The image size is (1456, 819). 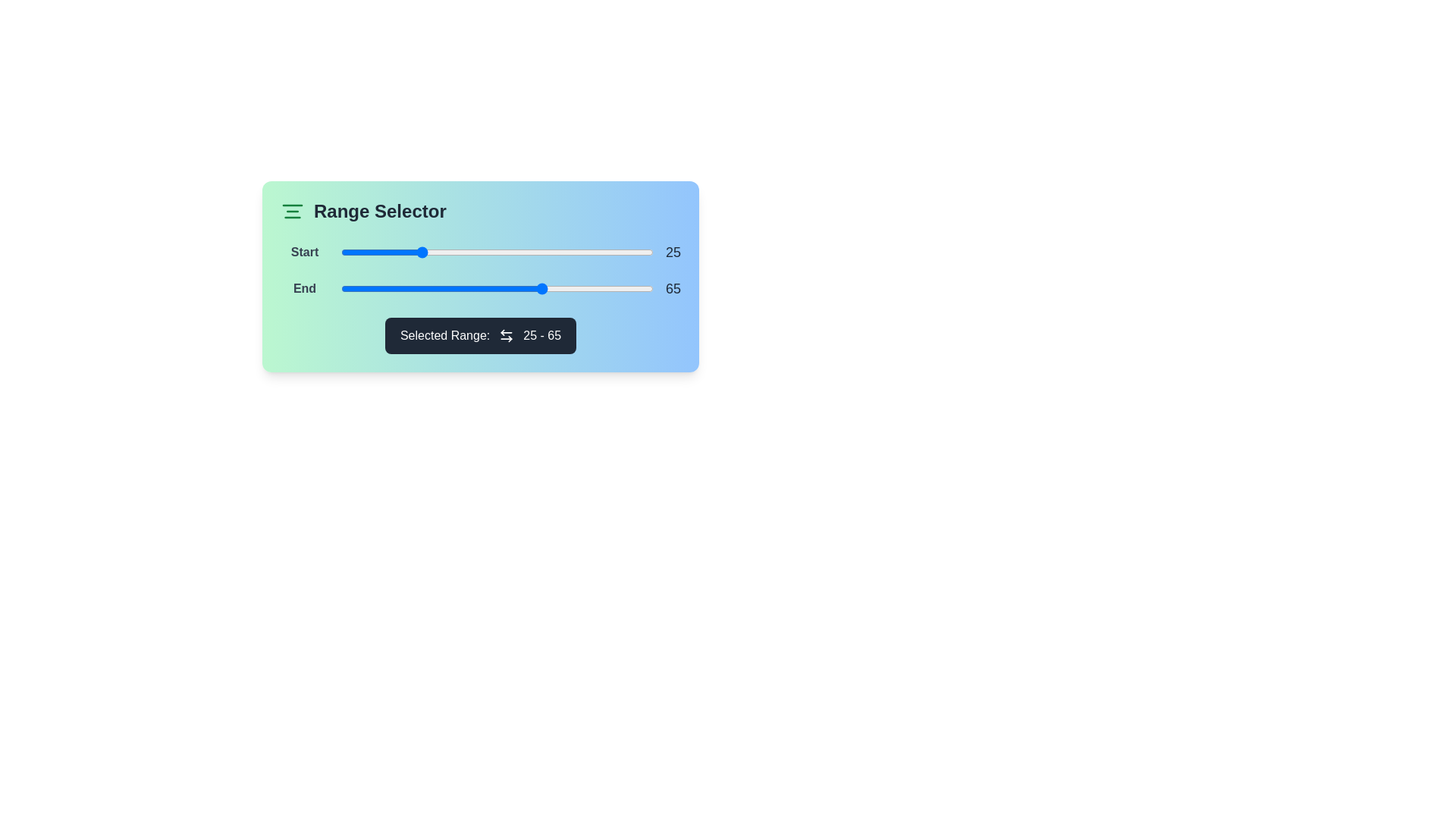 What do you see at coordinates (369, 251) in the screenshot?
I see `the start range slider to 9` at bounding box center [369, 251].